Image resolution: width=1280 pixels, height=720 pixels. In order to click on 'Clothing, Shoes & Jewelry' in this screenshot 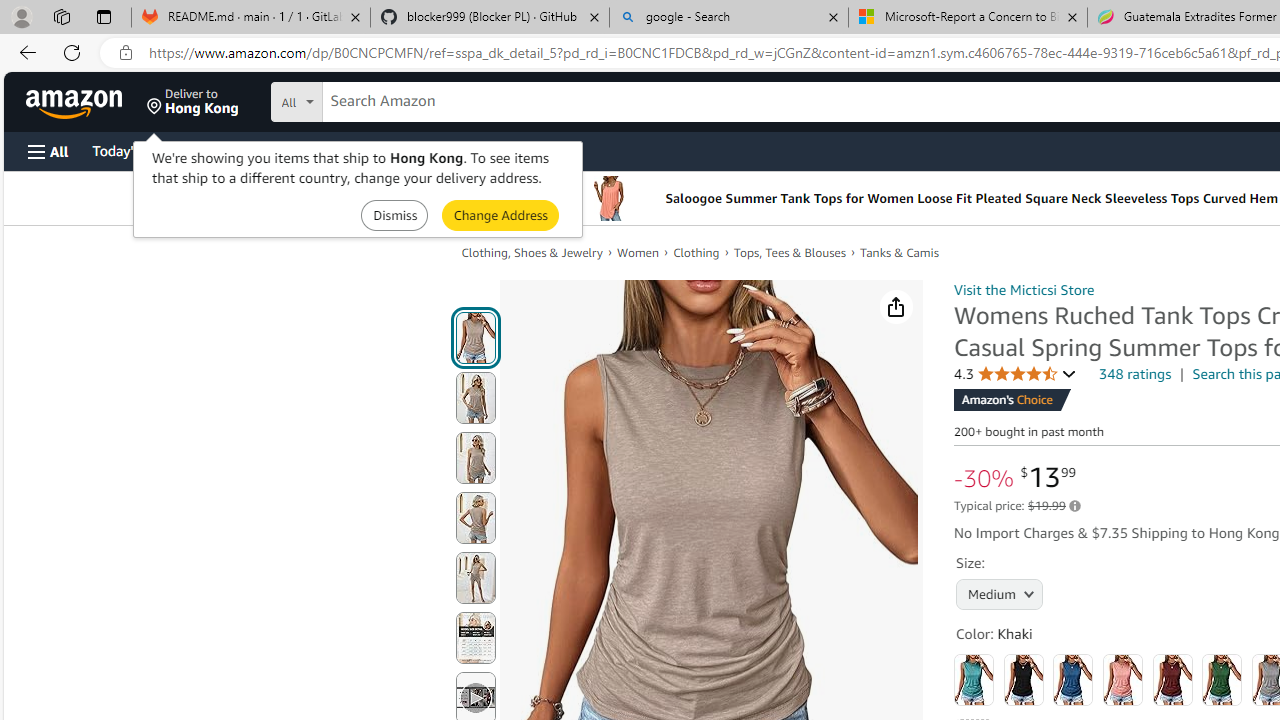, I will do `click(531, 252)`.